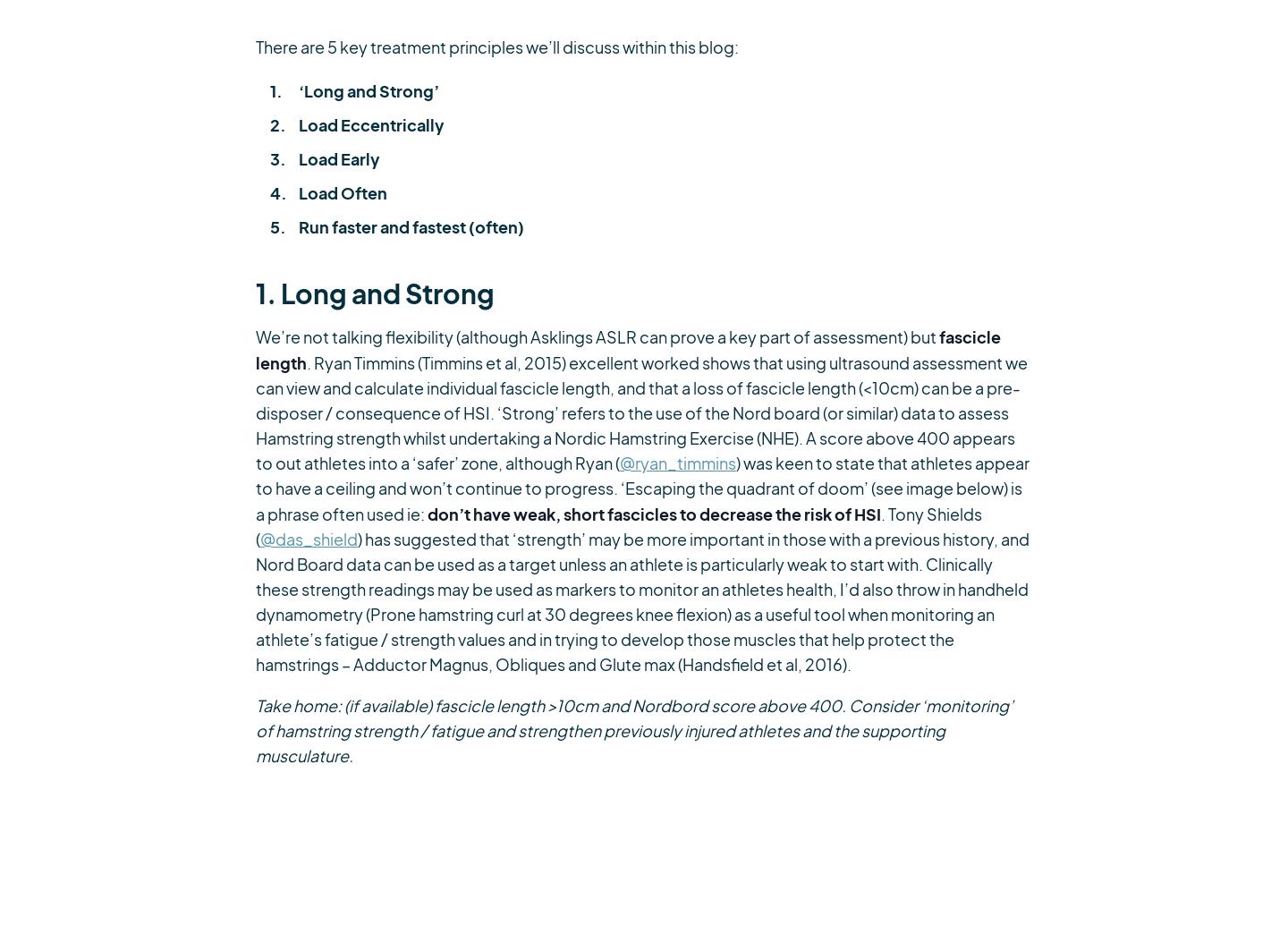  Describe the element at coordinates (628, 347) in the screenshot. I see `'fascicle length'` at that location.